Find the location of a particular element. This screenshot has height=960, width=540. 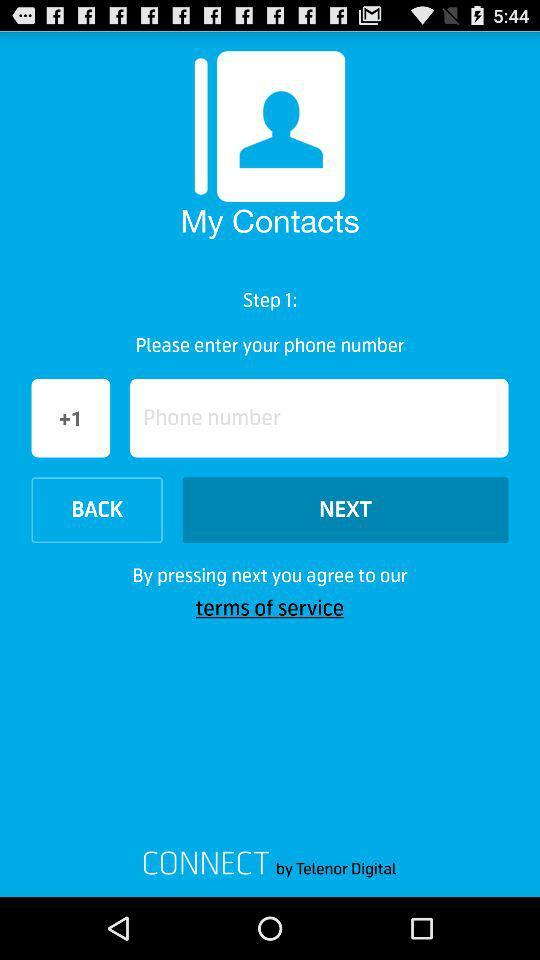

item below by pressing next item is located at coordinates (270, 607).